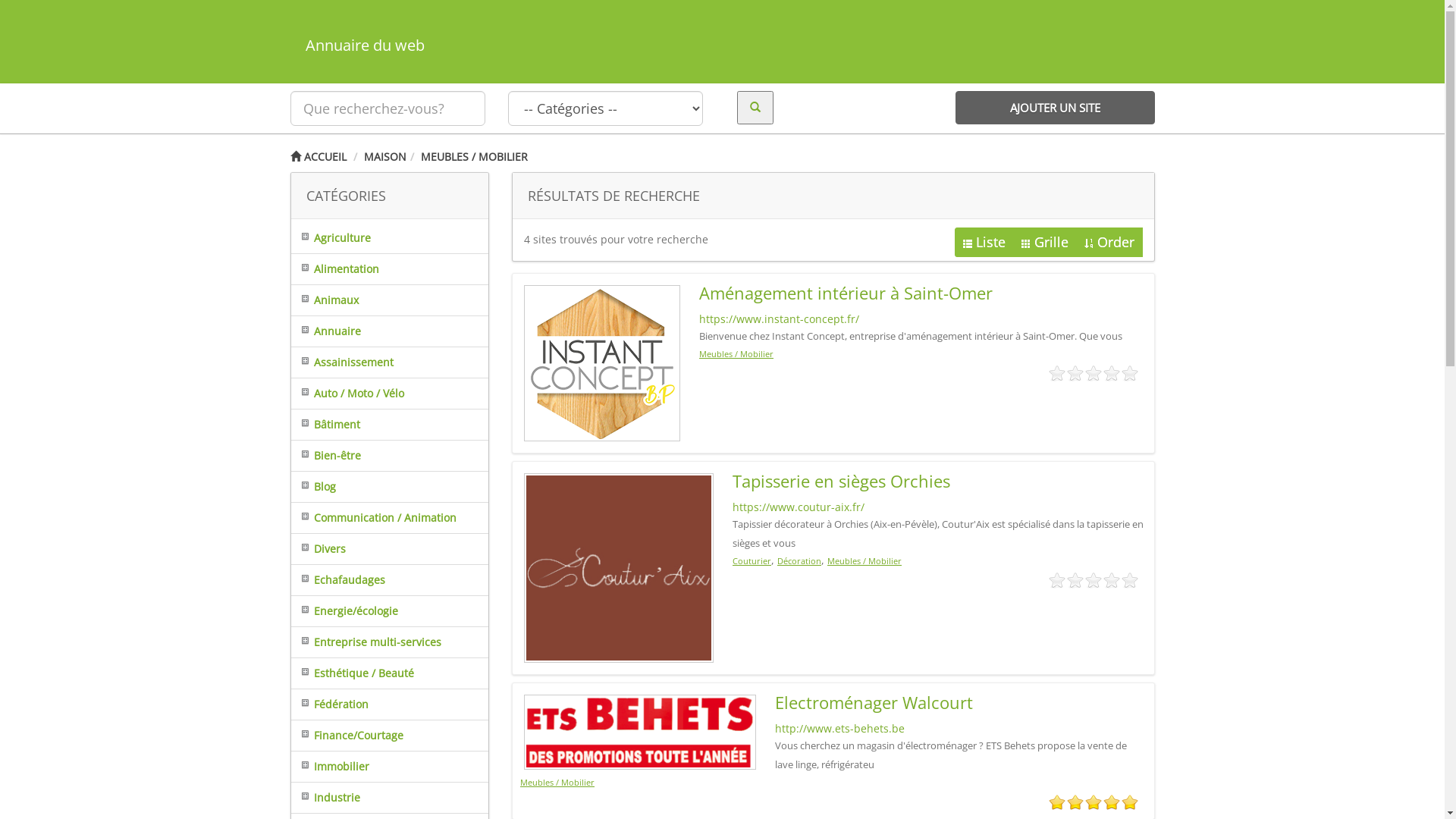  Describe the element at coordinates (1043, 241) in the screenshot. I see `'Grille'` at that location.